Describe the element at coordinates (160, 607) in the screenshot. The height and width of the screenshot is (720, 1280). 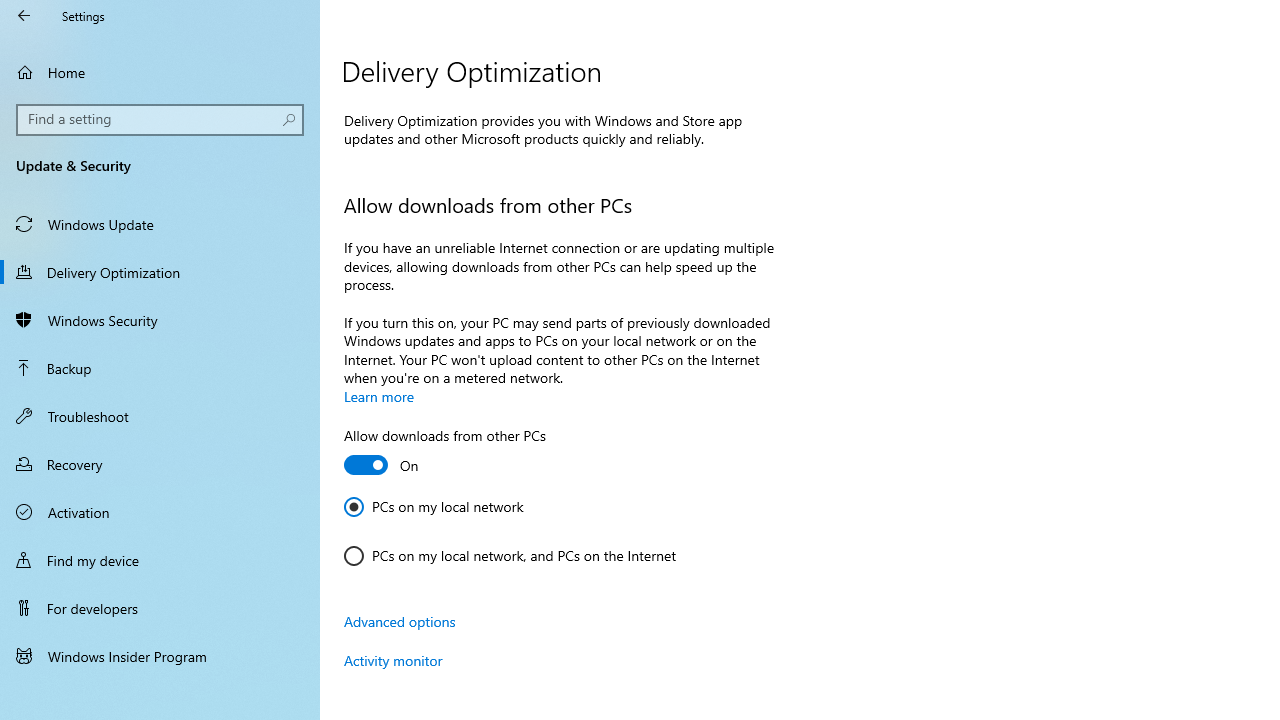
I see `'For developers'` at that location.